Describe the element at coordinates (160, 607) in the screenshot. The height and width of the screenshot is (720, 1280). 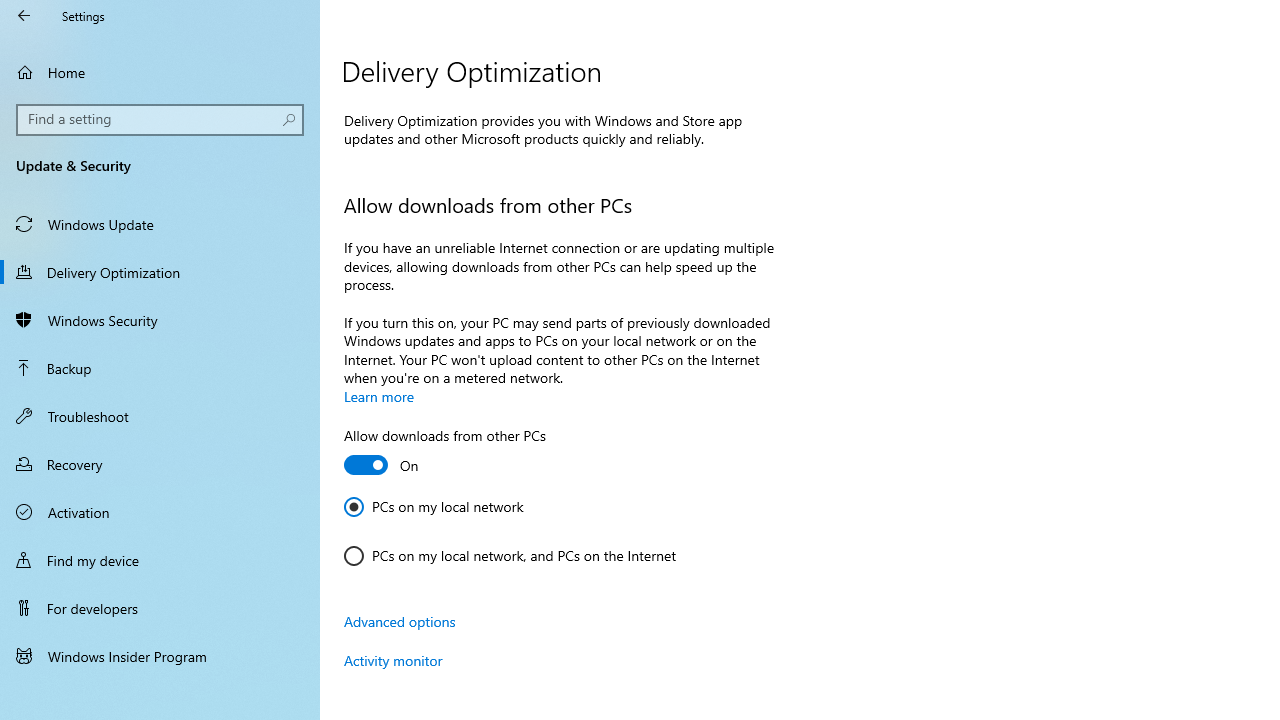
I see `'For developers'` at that location.